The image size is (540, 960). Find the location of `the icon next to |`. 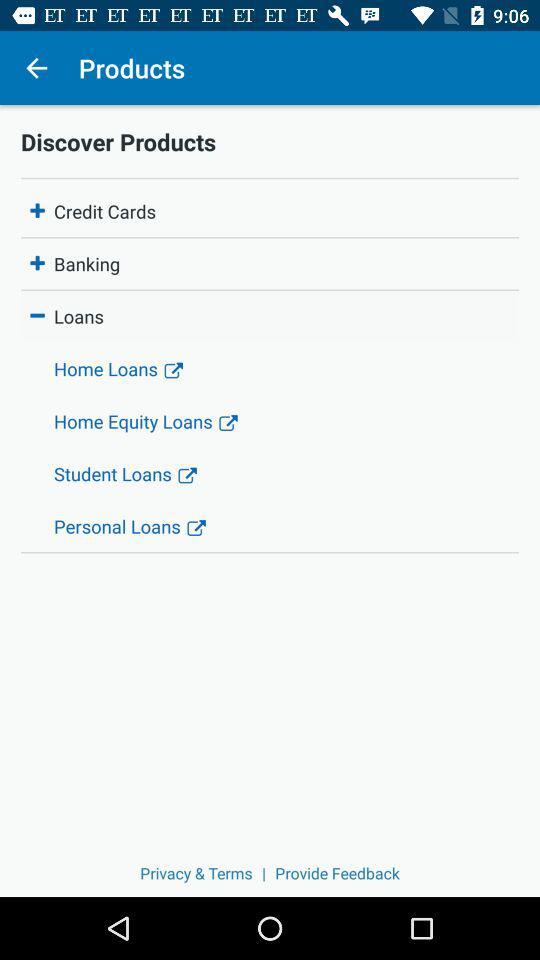

the icon next to | is located at coordinates (196, 872).